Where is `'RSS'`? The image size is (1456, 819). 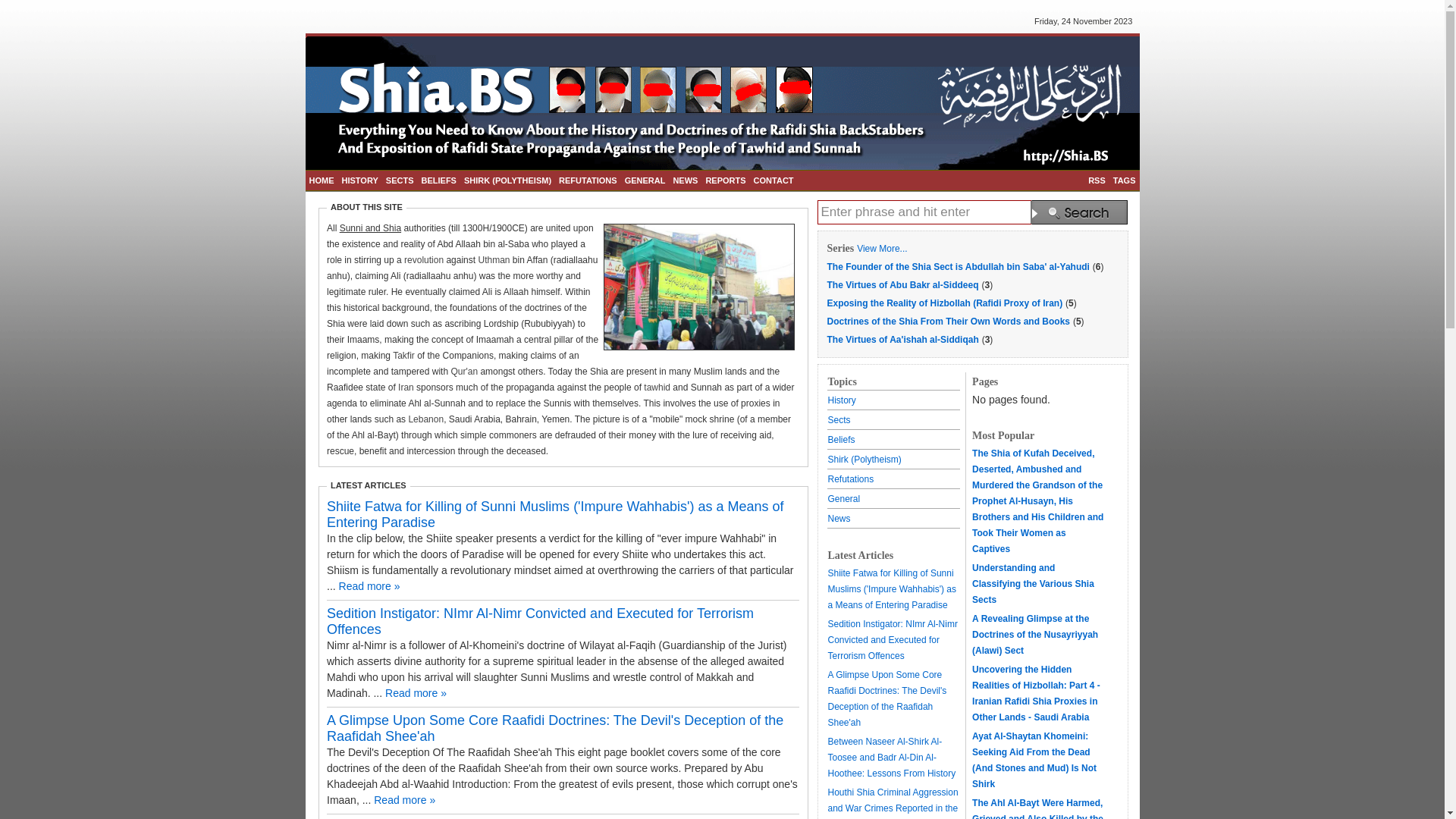
'RSS' is located at coordinates (1097, 180).